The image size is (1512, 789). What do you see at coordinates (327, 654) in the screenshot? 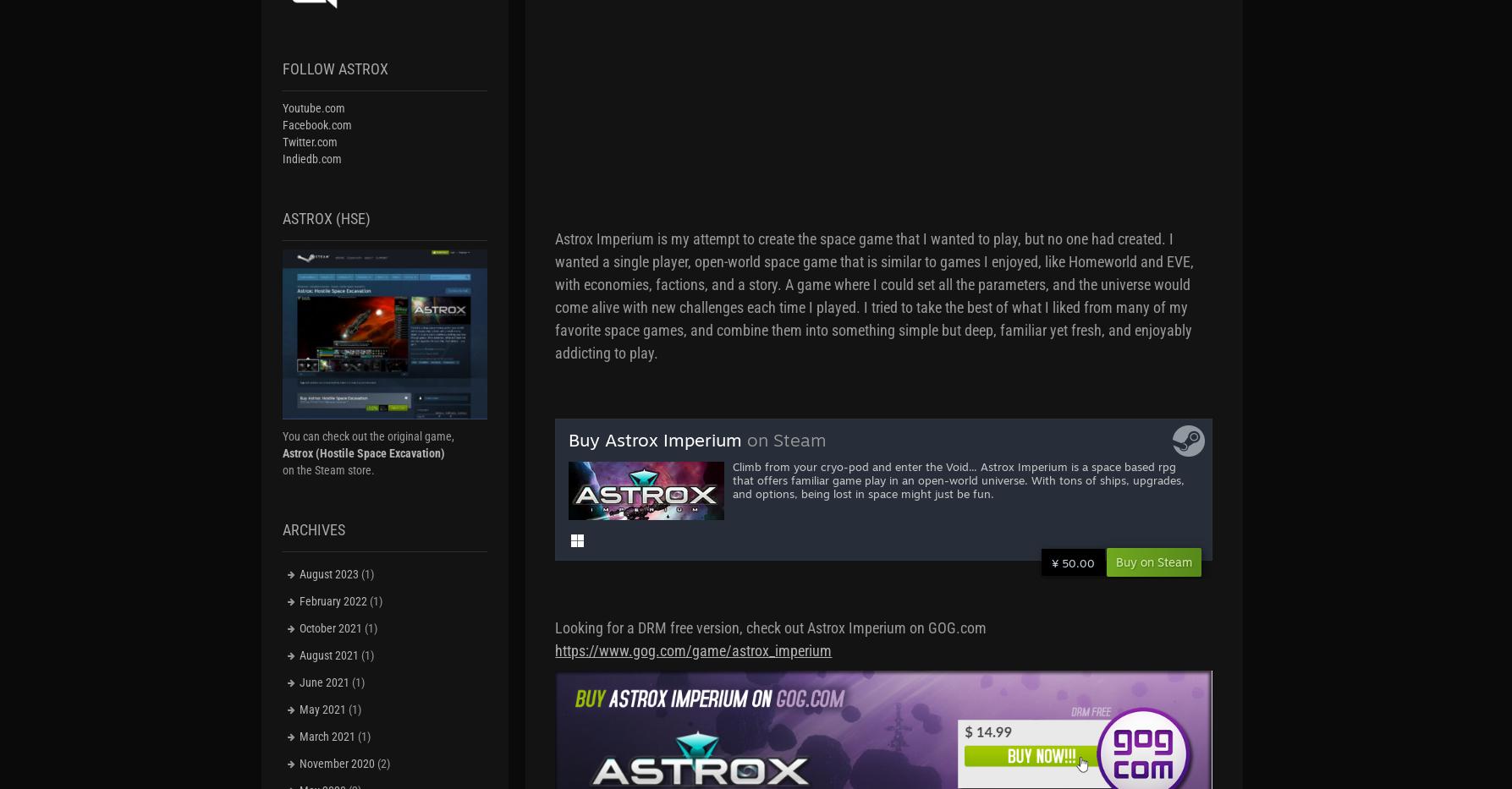
I see `'August 2021'` at bounding box center [327, 654].